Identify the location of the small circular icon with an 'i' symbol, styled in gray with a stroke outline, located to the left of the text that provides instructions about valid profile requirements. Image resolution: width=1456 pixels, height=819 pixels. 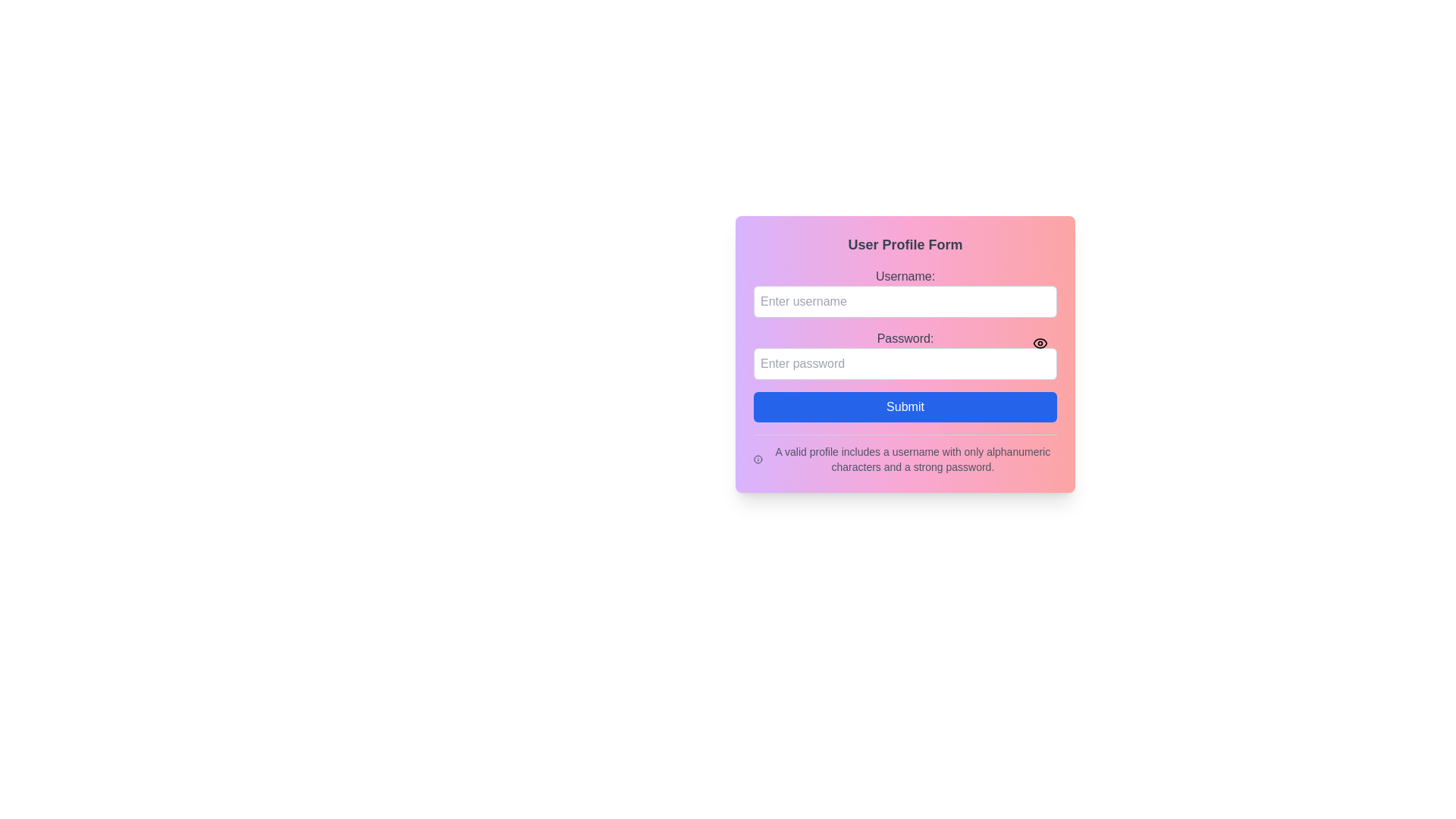
(758, 458).